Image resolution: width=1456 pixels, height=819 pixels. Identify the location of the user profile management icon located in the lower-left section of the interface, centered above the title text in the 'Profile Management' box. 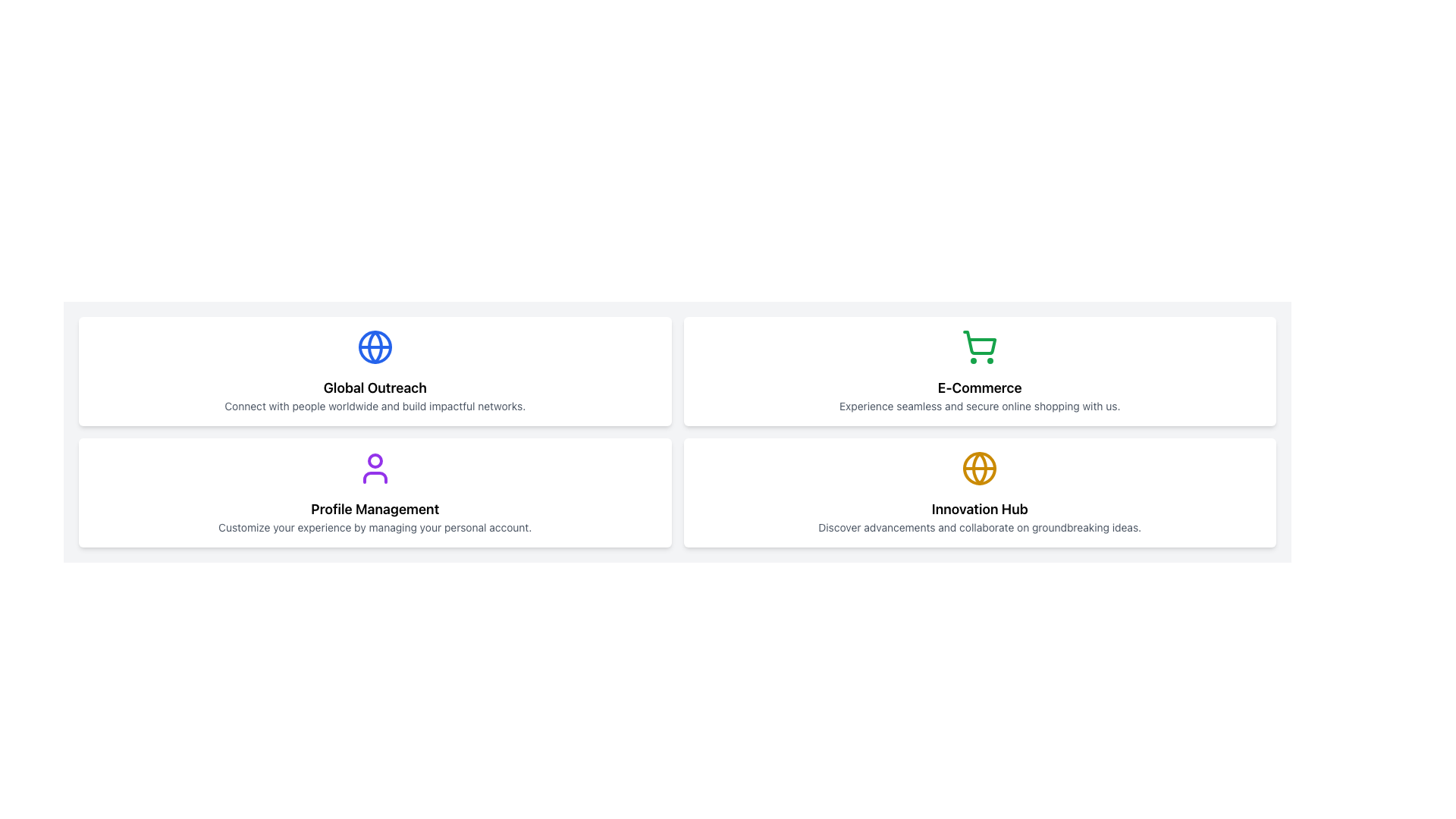
(375, 467).